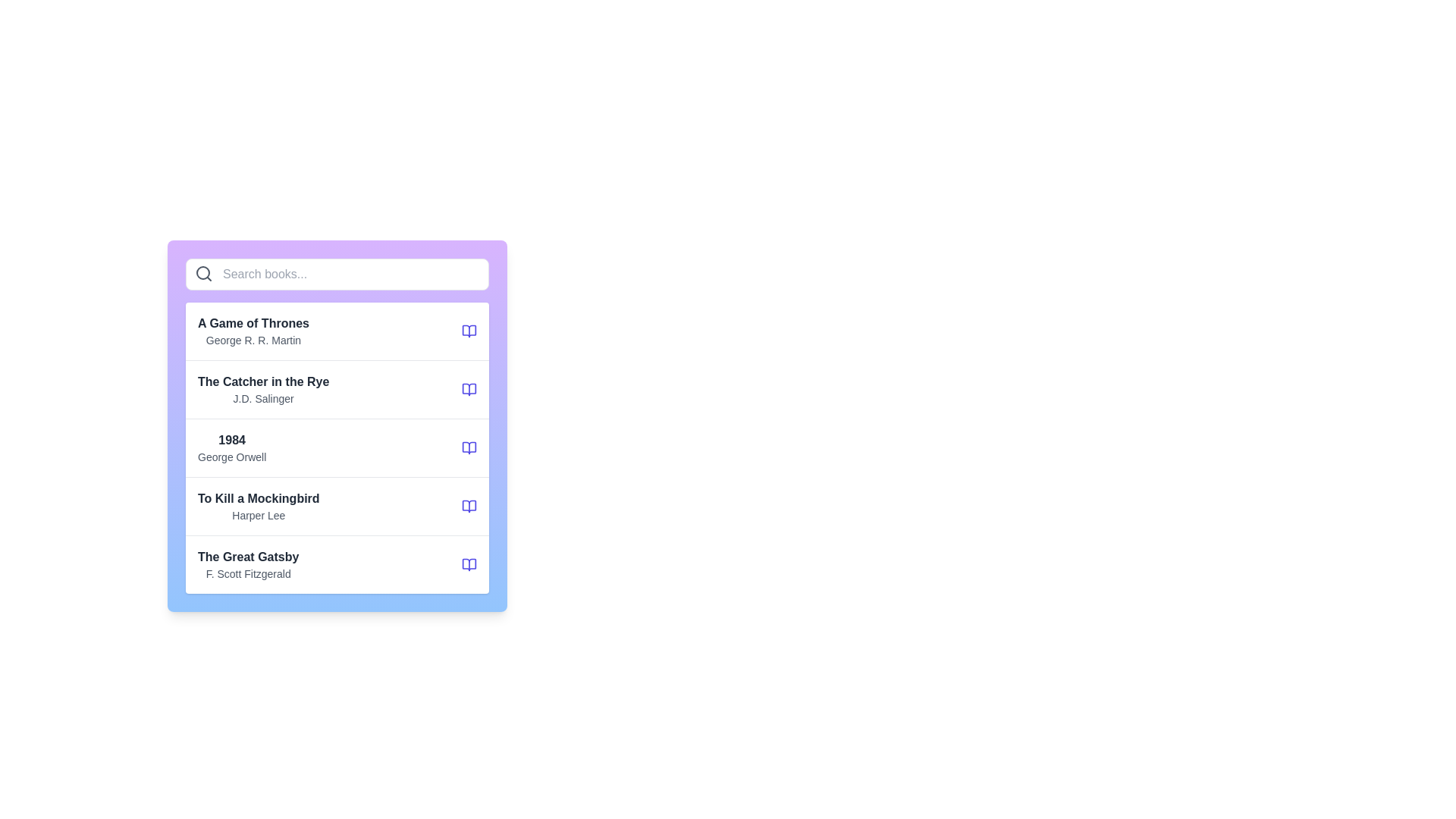 Image resolution: width=1456 pixels, height=819 pixels. What do you see at coordinates (202, 271) in the screenshot?
I see `the circular part of the search icon, which is outlined in black and has no fill, representing the magnifying glass icon` at bounding box center [202, 271].